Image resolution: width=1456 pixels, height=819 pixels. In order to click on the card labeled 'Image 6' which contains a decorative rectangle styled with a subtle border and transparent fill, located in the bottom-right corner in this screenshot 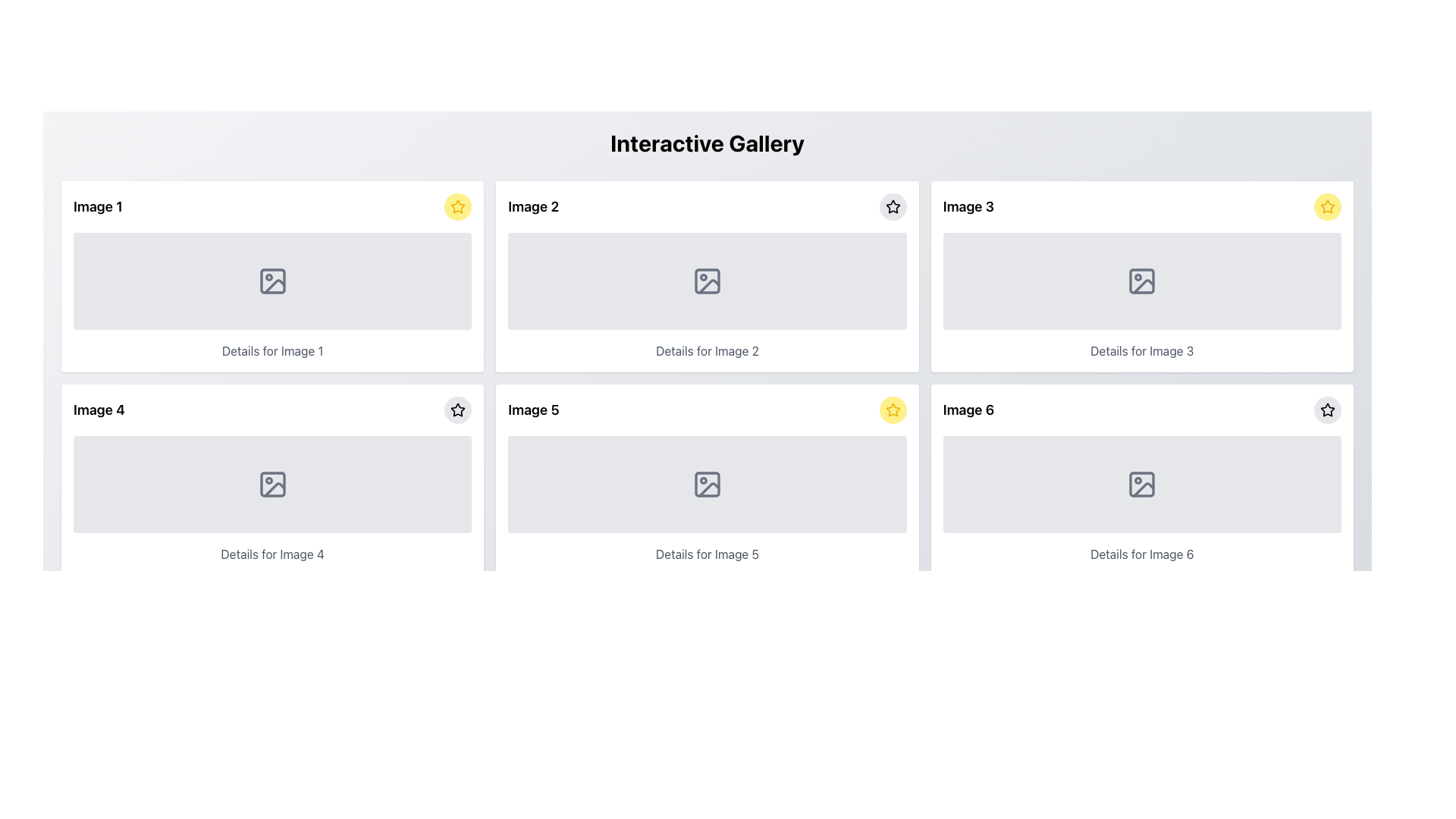, I will do `click(1142, 485)`.